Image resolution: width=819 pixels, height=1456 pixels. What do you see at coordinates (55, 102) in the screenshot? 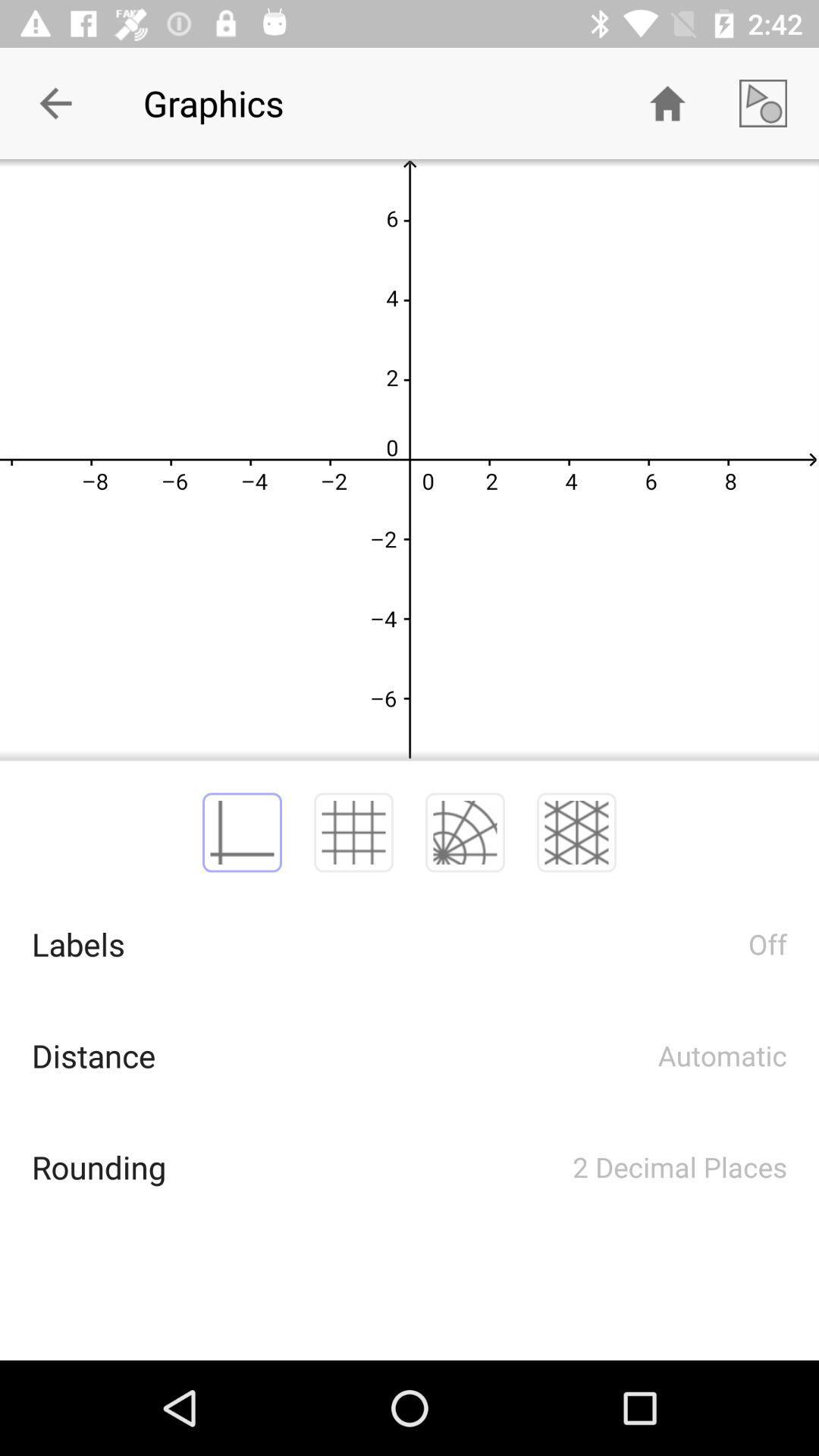
I see `icon next to graphics item` at bounding box center [55, 102].